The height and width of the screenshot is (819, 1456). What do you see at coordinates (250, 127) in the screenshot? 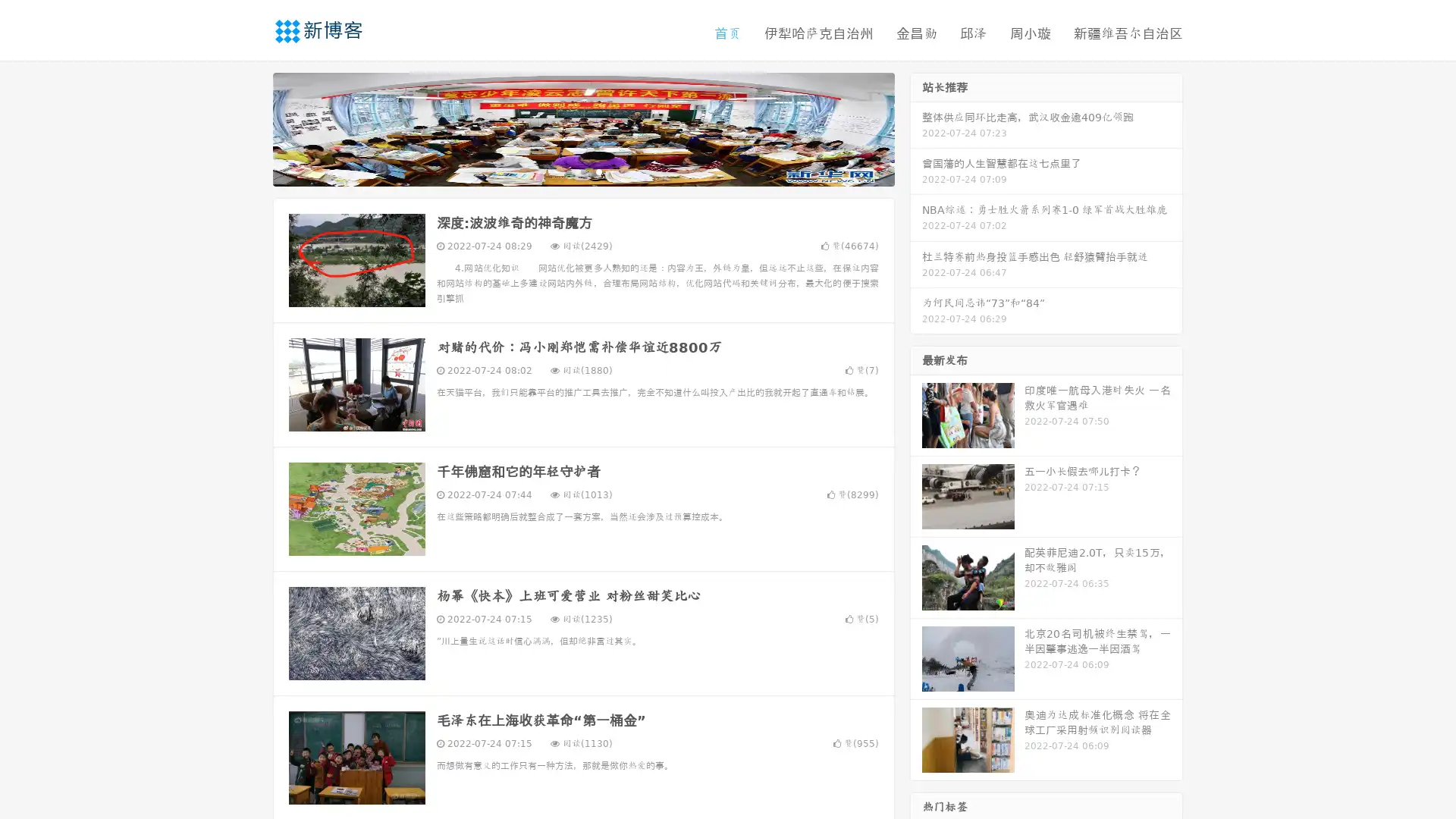
I see `Previous slide` at bounding box center [250, 127].